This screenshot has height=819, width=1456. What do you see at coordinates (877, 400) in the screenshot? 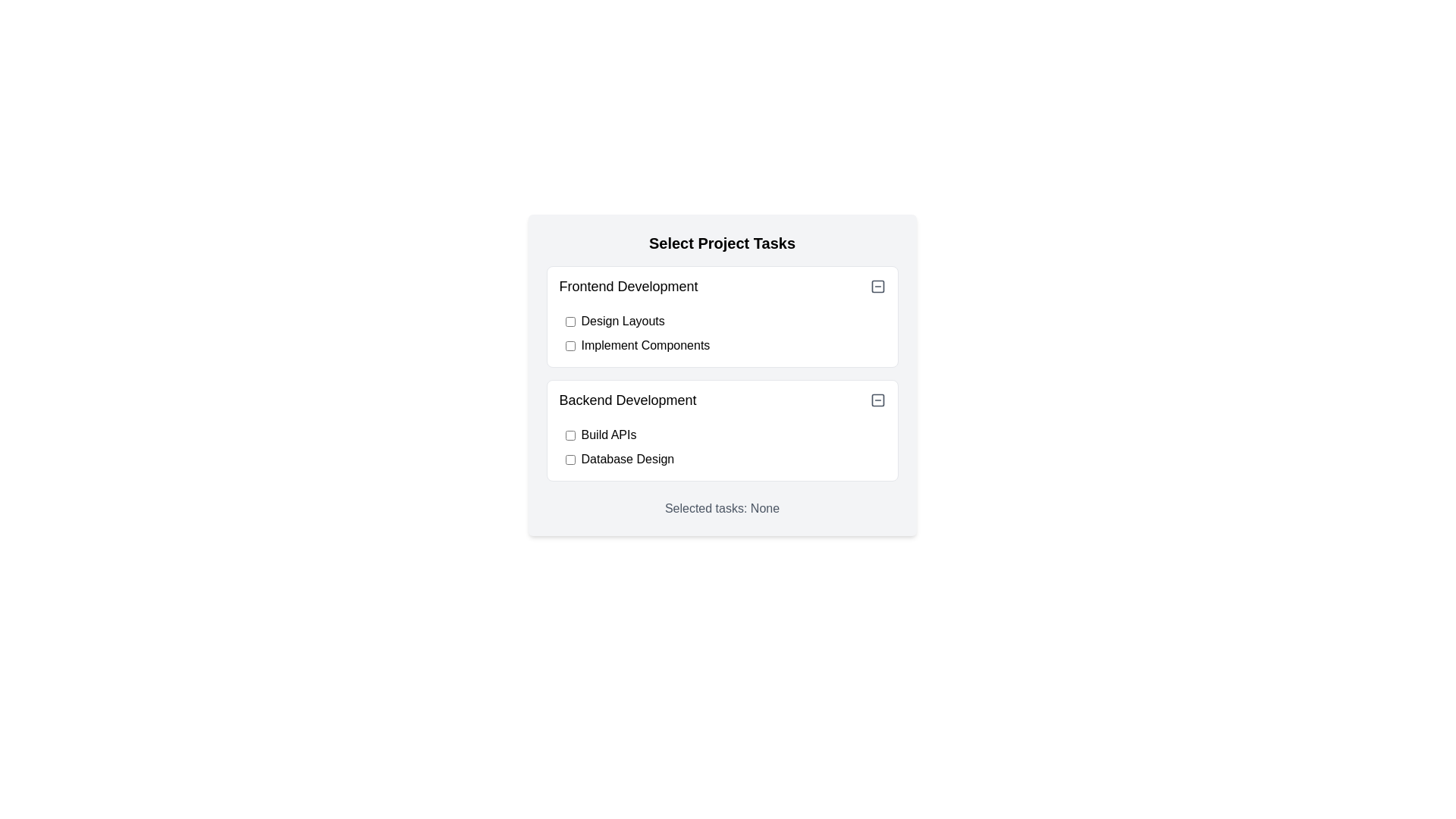
I see `the icon button resembling a square with a centered horizontal line, located next to the 'Backend Development' title` at bounding box center [877, 400].